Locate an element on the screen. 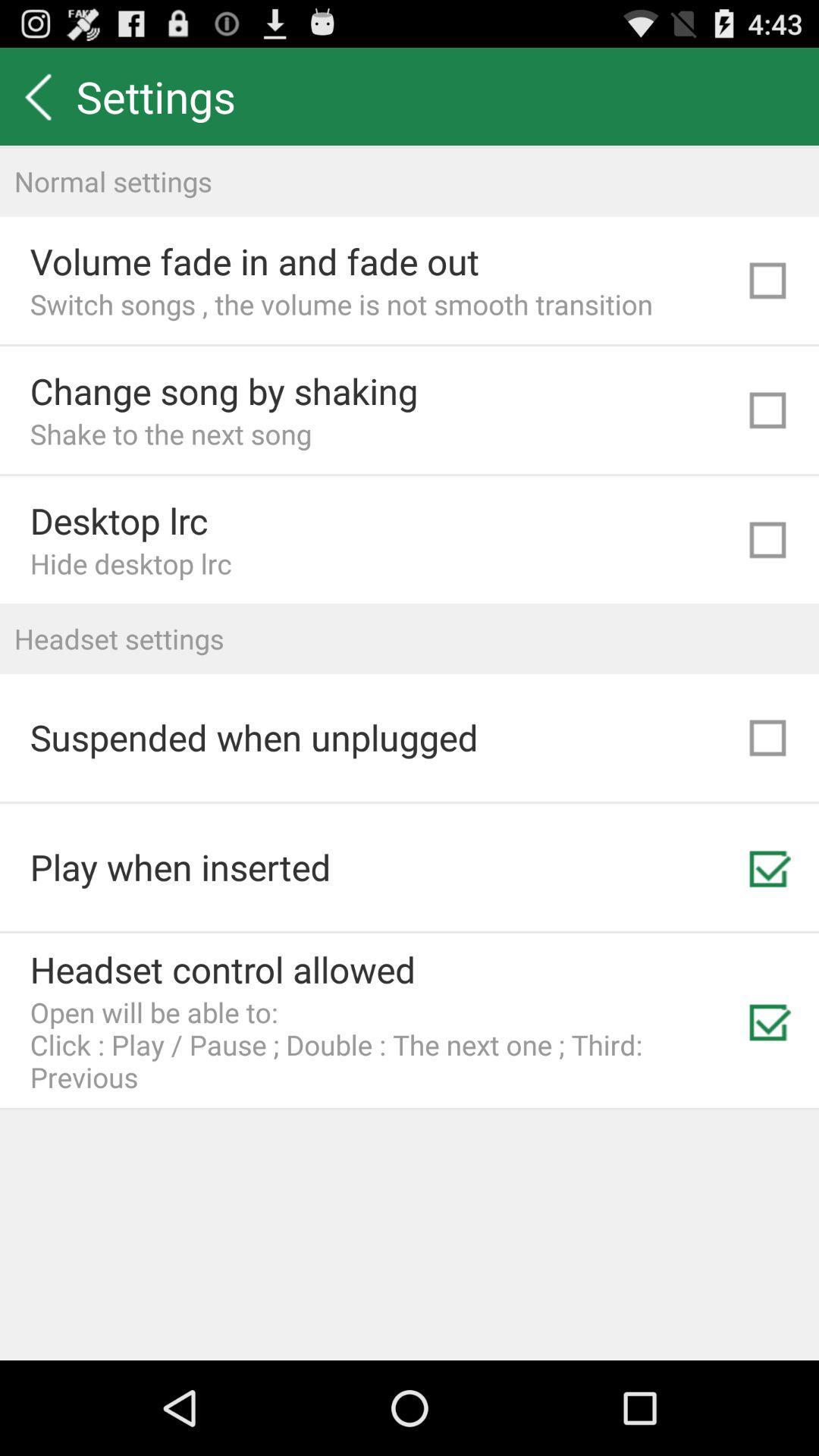  play when inserted icon is located at coordinates (180, 867).